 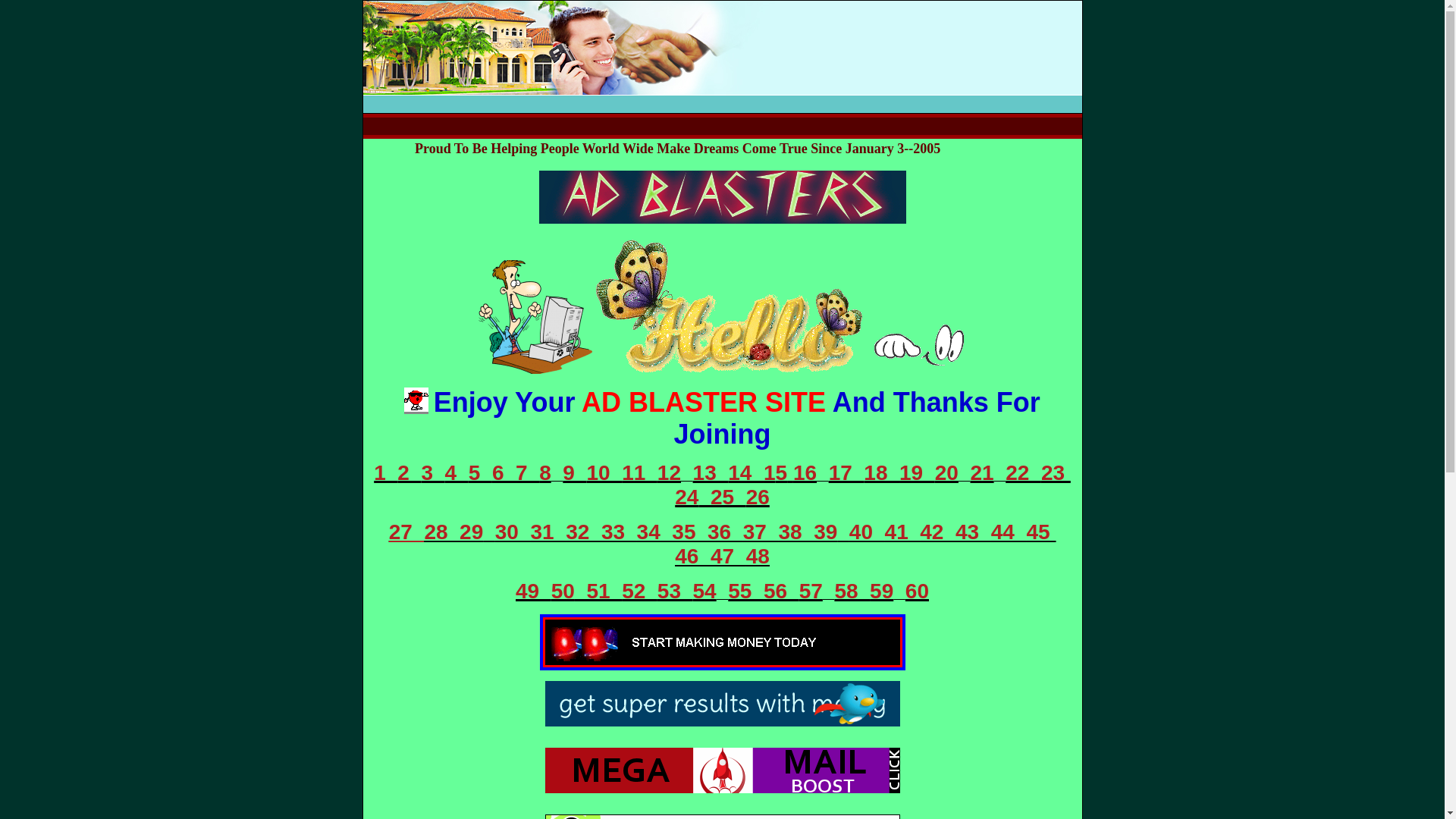 What do you see at coordinates (710, 472) in the screenshot?
I see `'13 '` at bounding box center [710, 472].